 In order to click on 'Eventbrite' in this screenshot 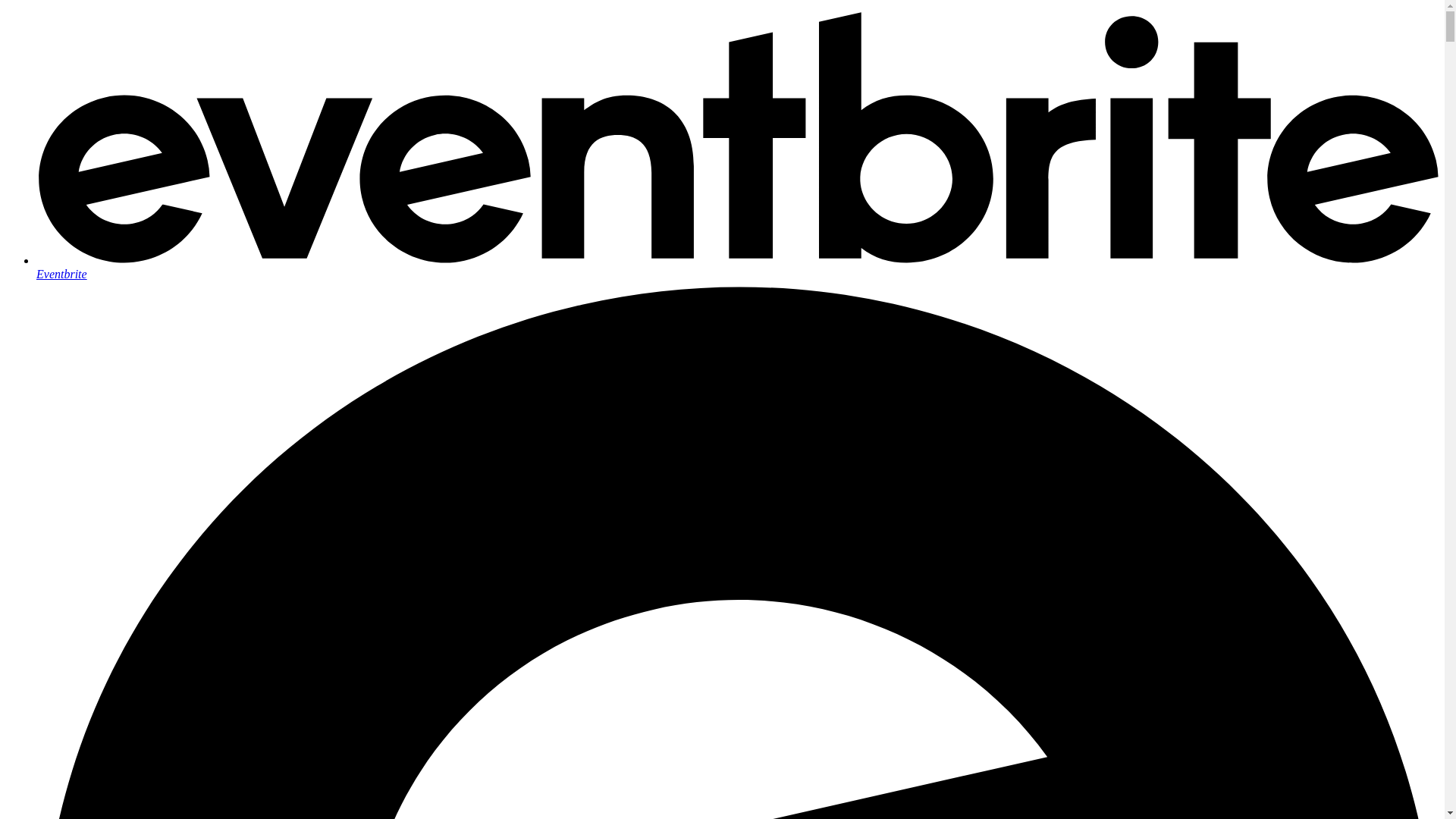, I will do `click(737, 266)`.